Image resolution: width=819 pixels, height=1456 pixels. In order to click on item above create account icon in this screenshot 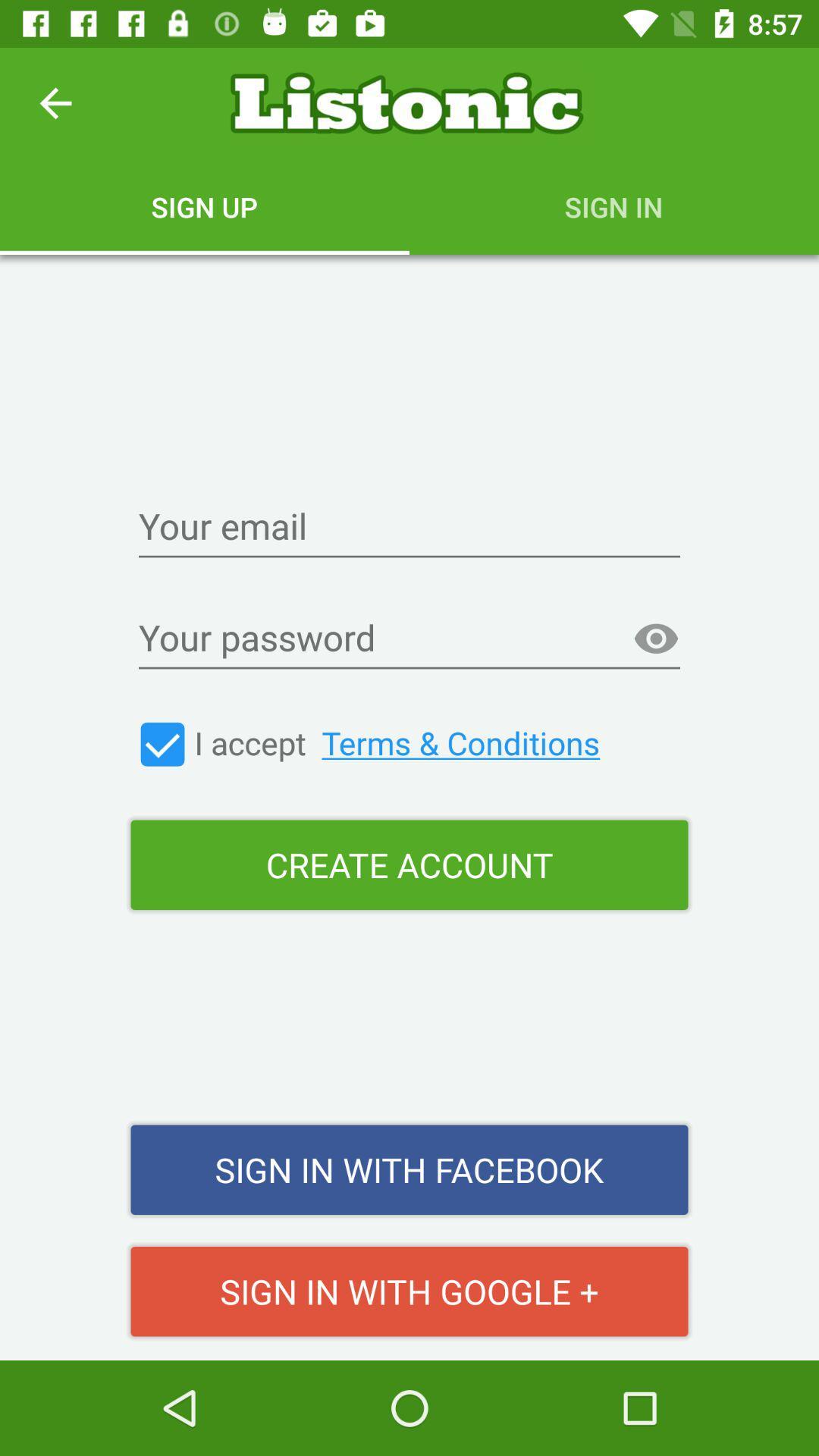, I will do `click(400, 742)`.